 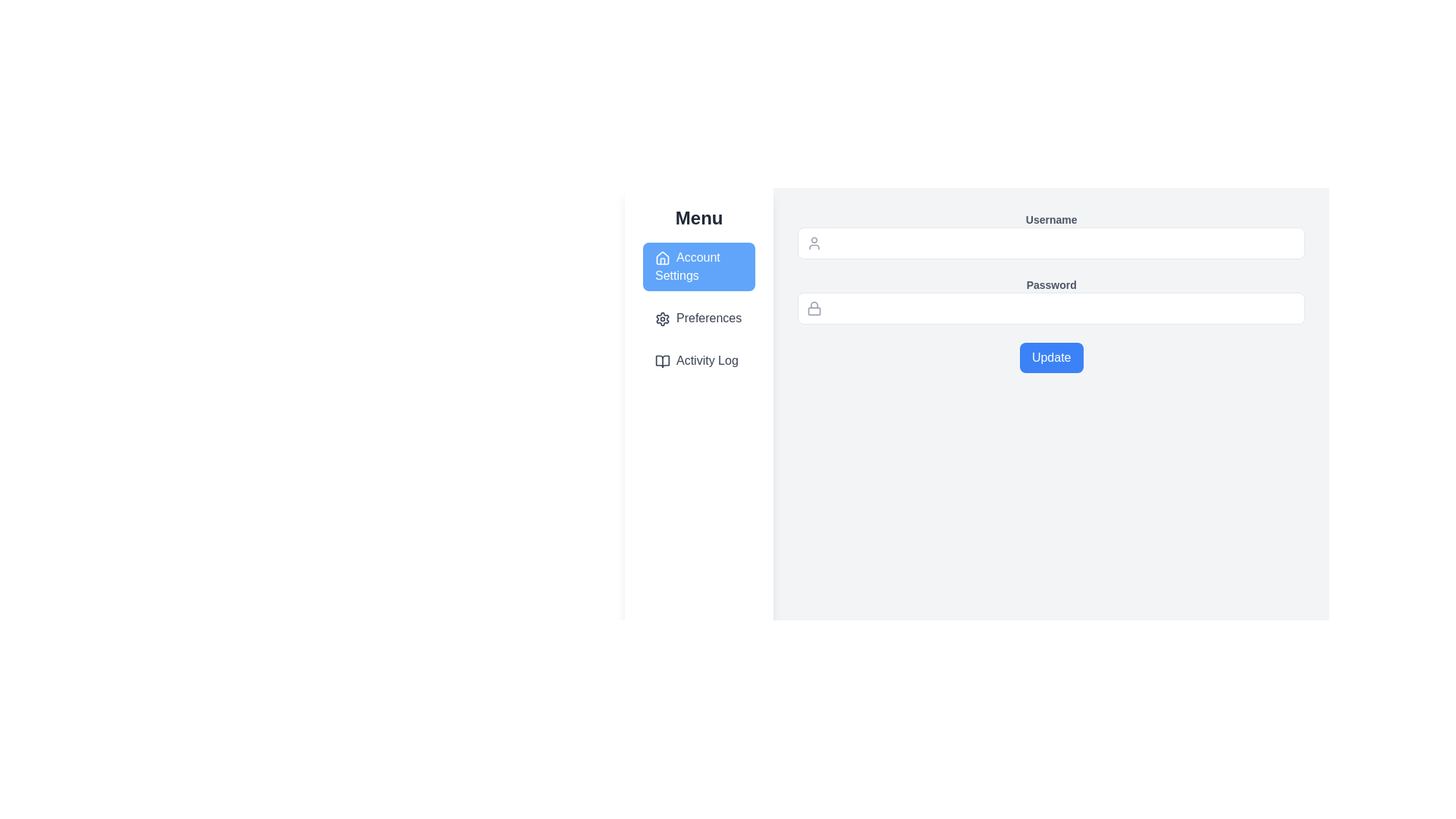 I want to click on the left-most icon that visually indicates the purpose of the associated password input field, so click(x=814, y=308).